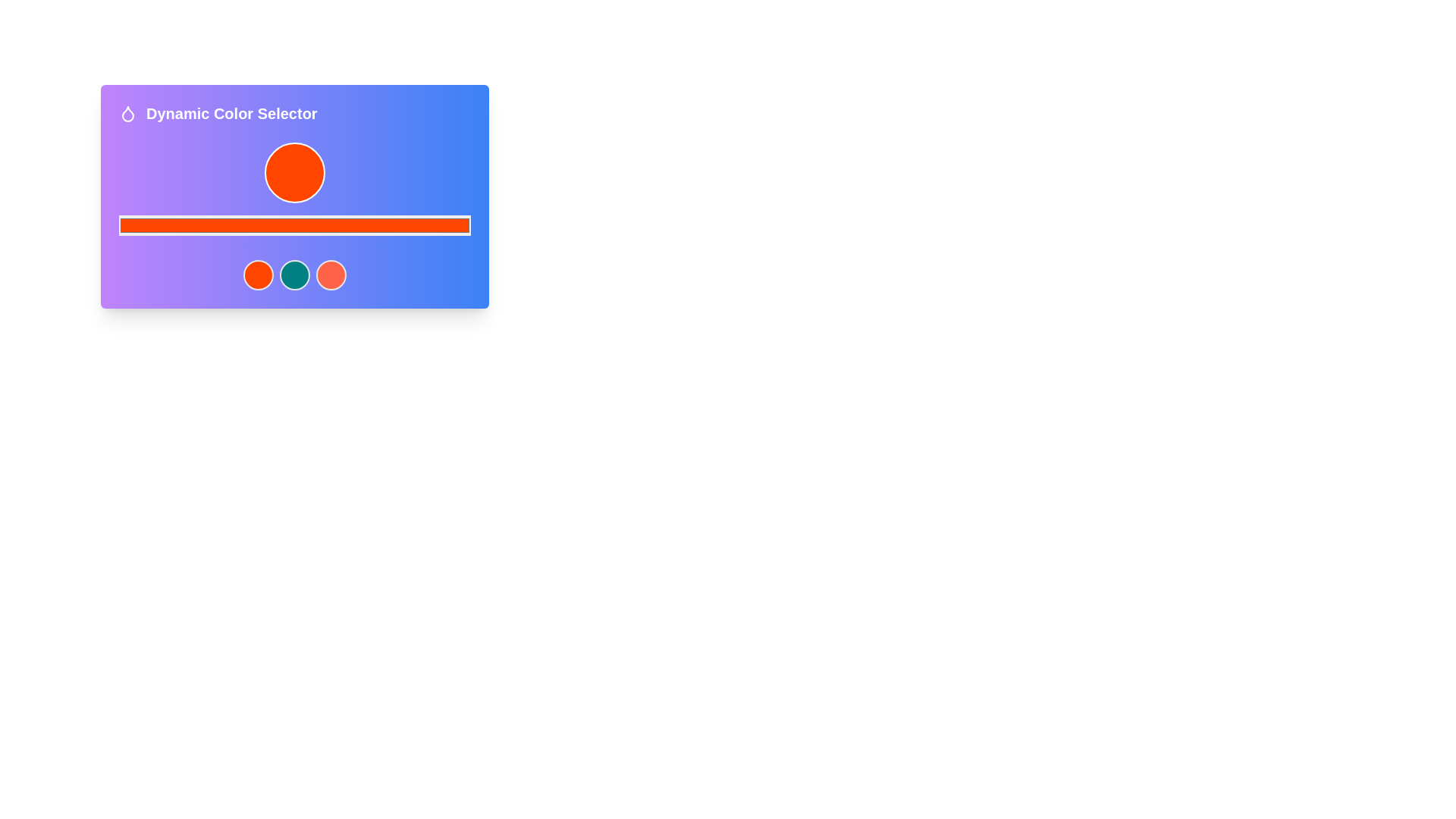 Image resolution: width=1456 pixels, height=819 pixels. Describe the element at coordinates (294, 171) in the screenshot. I see `the vibrant orange circular decorative visual with a white outline, centrally placed above a rectangular bar and three smaller circular buttons` at that location.